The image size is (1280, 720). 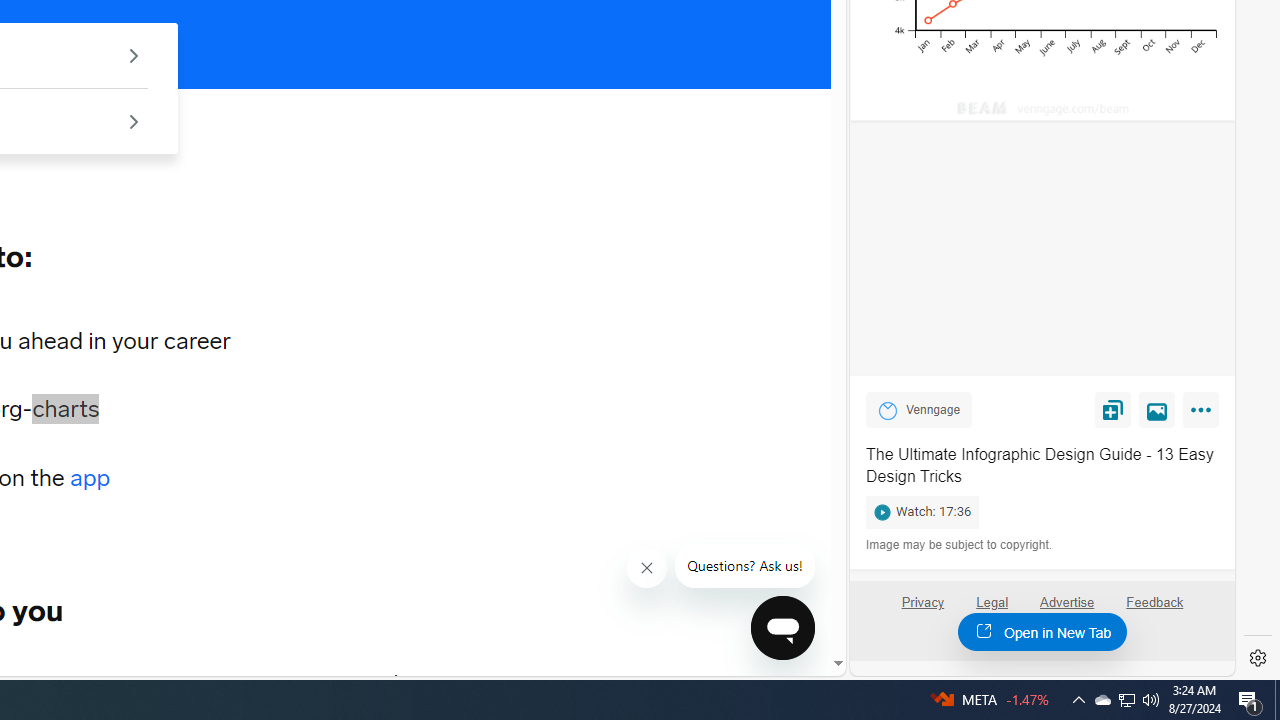 I want to click on 'Class: sc-1k07fow-1 cbnSms', so click(x=781, y=626).